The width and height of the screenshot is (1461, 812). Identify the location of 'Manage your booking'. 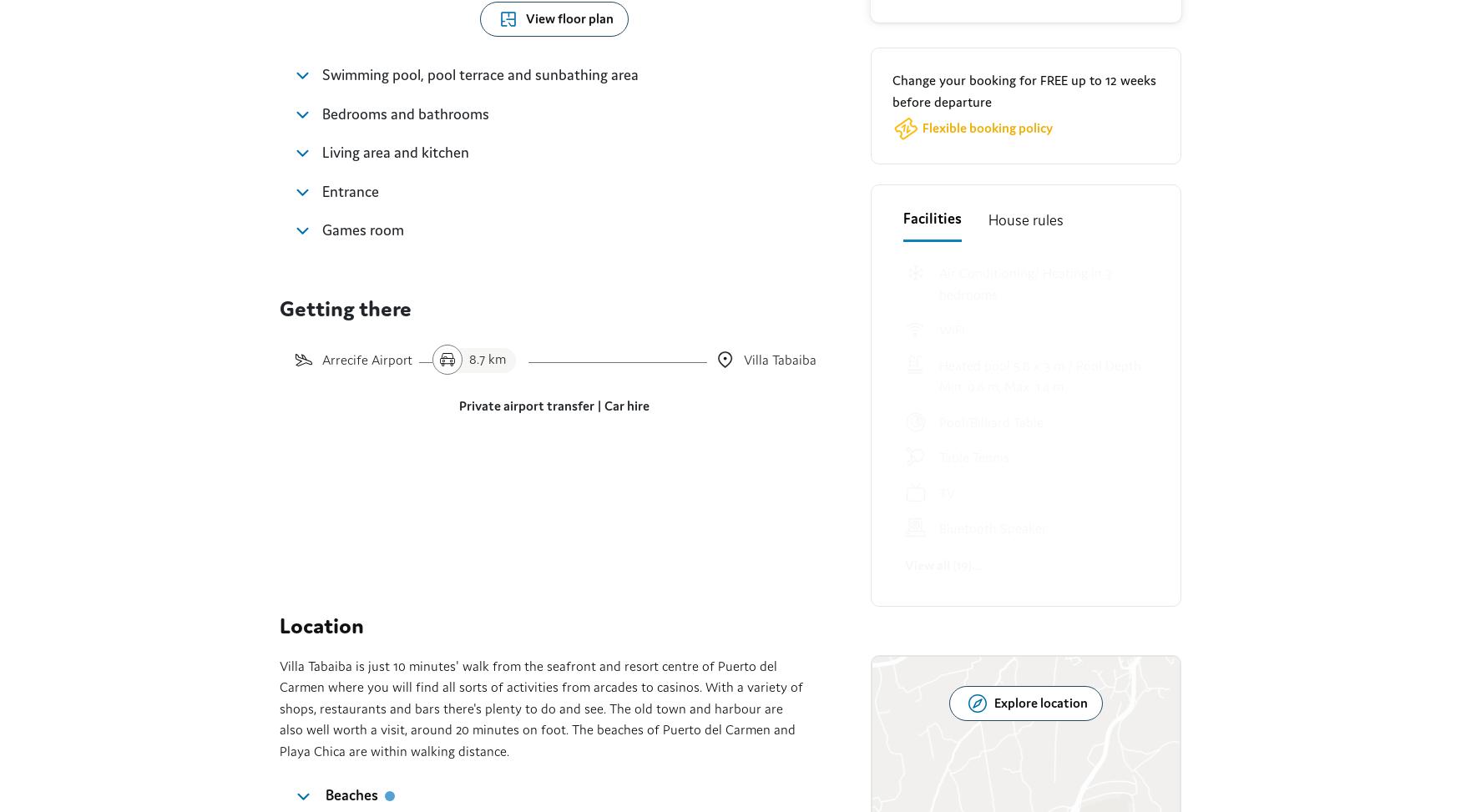
(554, 739).